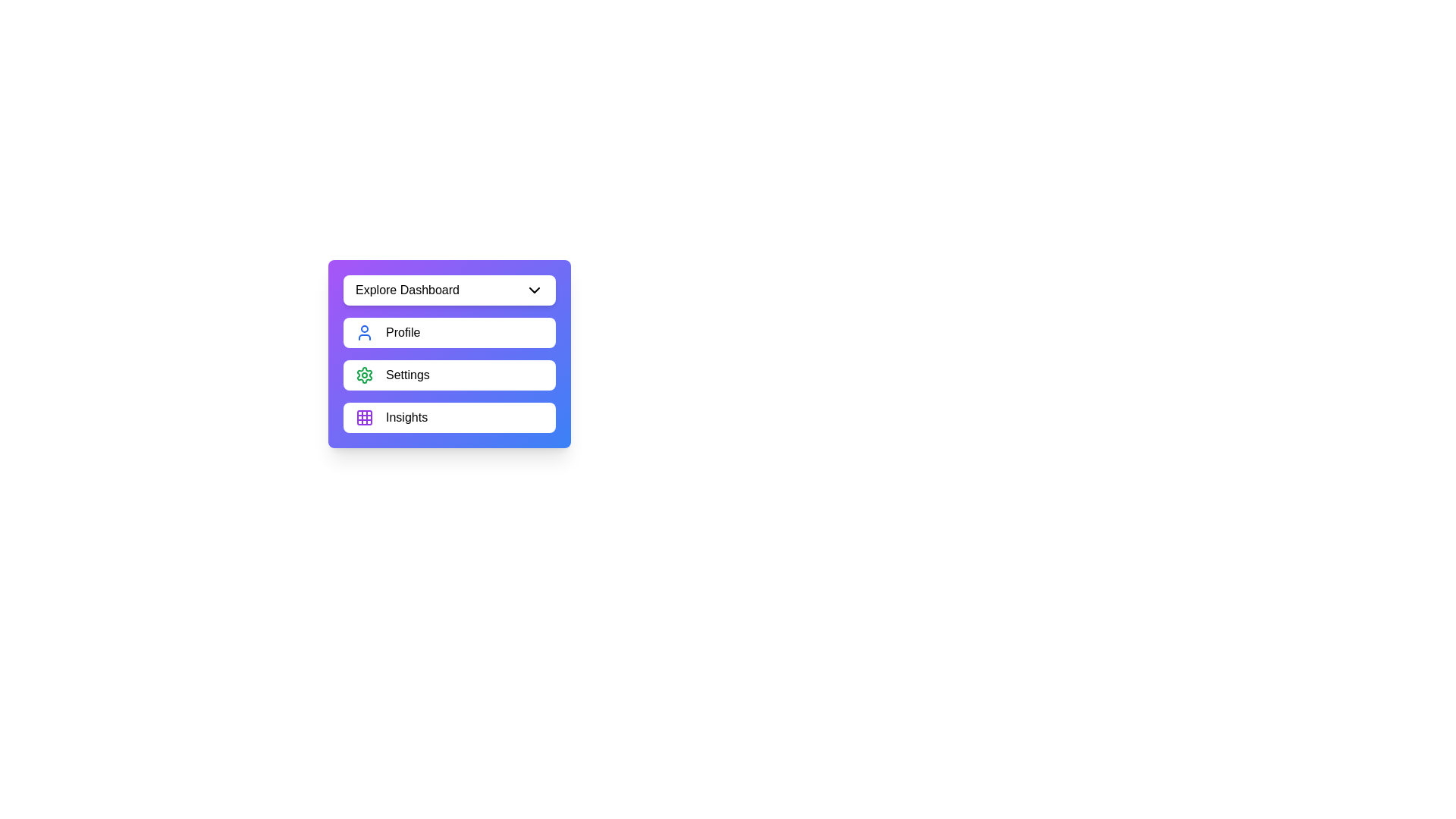 This screenshot has height=819, width=1456. What do you see at coordinates (449, 332) in the screenshot?
I see `the menu item Profile from the menu` at bounding box center [449, 332].